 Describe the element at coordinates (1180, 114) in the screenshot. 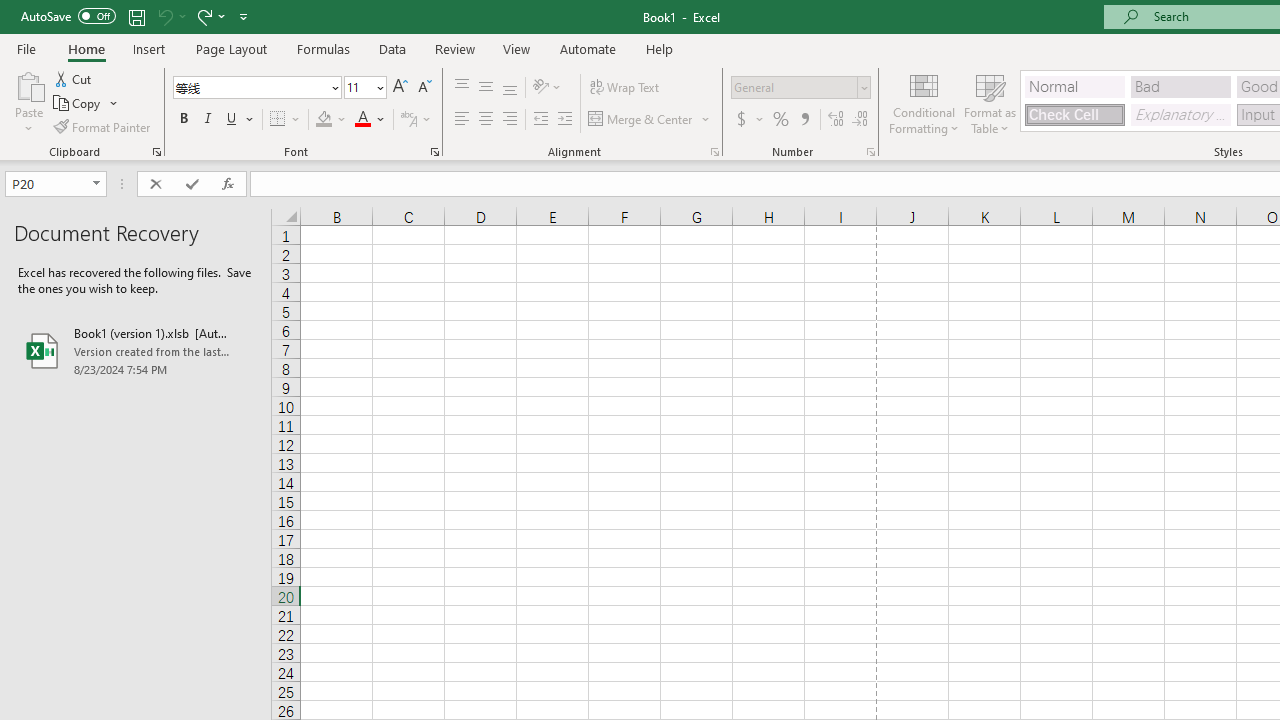

I see `'Explanatory Text'` at that location.